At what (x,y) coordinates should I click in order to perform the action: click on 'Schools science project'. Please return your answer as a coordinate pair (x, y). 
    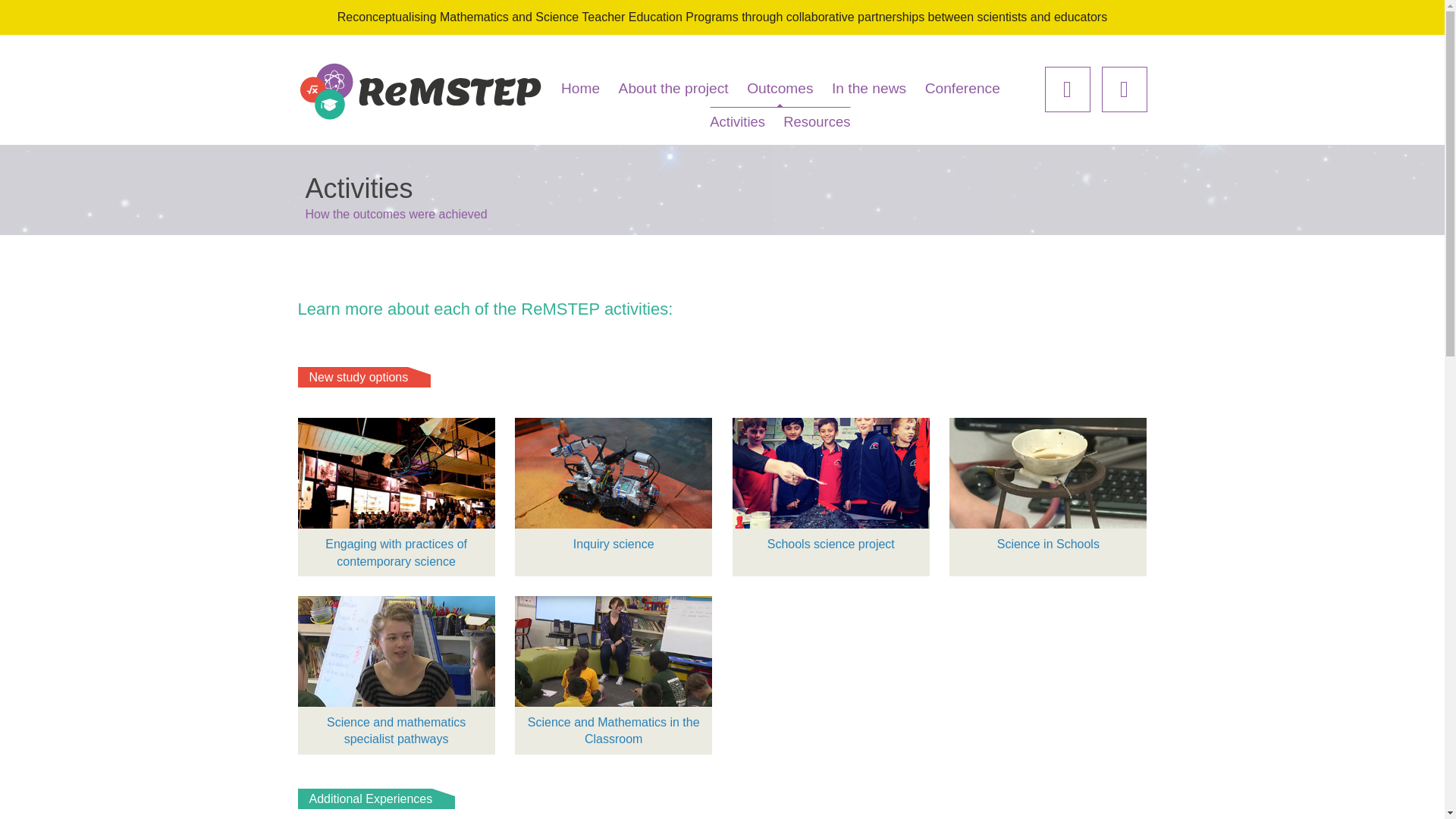
    Looking at the image, I should click on (830, 488).